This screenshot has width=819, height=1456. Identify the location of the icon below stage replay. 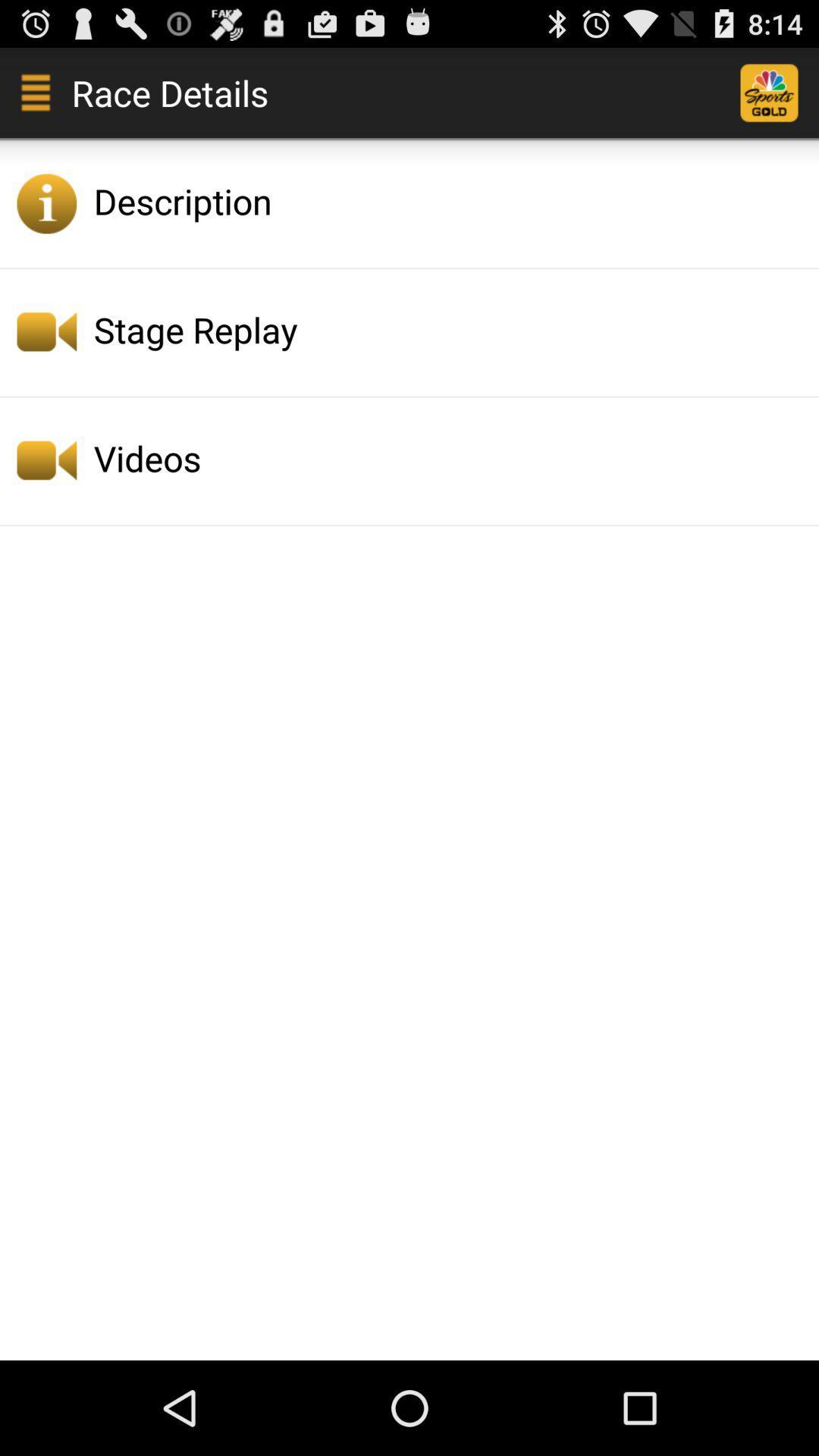
(451, 457).